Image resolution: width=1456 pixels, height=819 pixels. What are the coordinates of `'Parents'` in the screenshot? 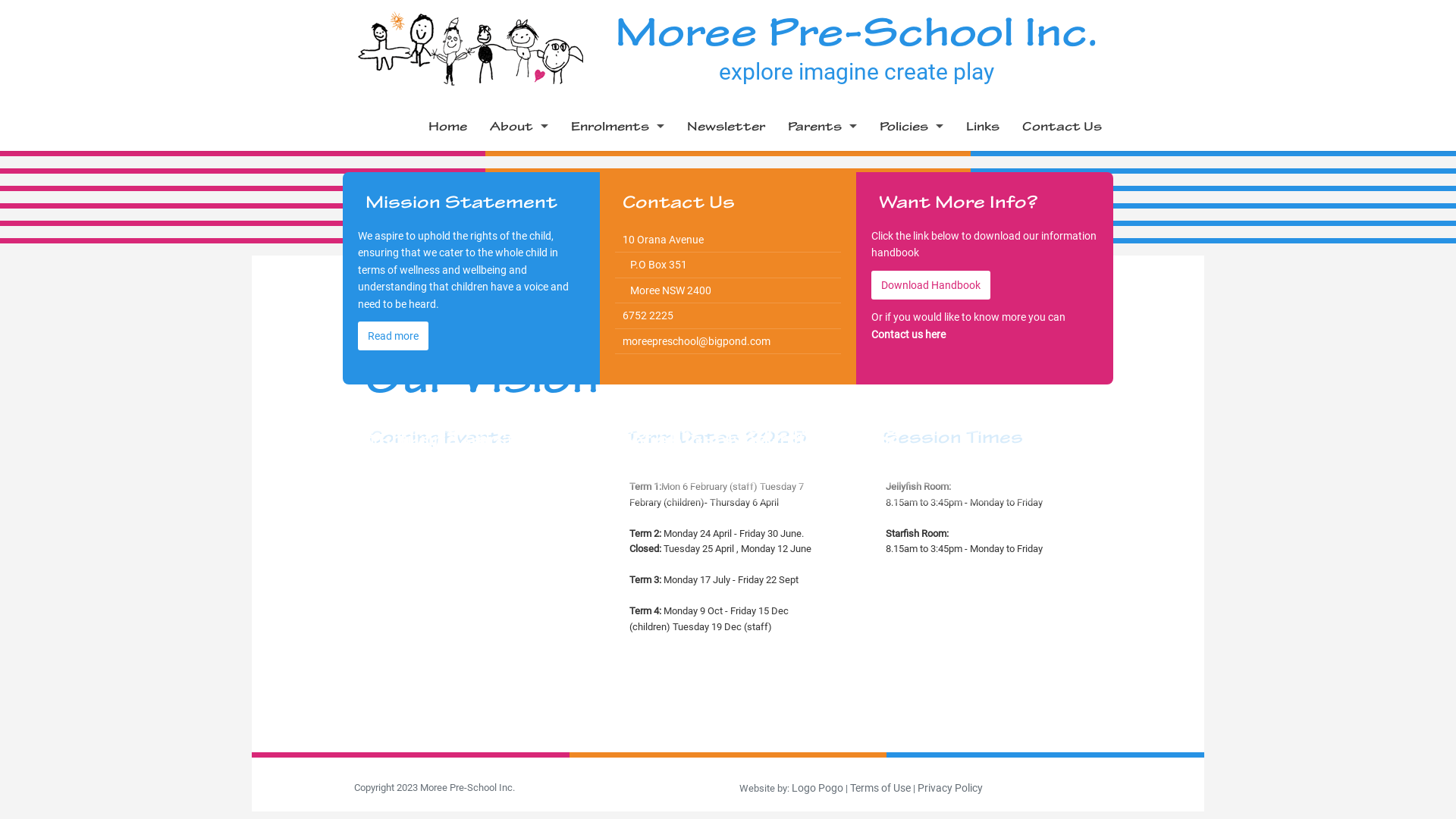 It's located at (821, 125).